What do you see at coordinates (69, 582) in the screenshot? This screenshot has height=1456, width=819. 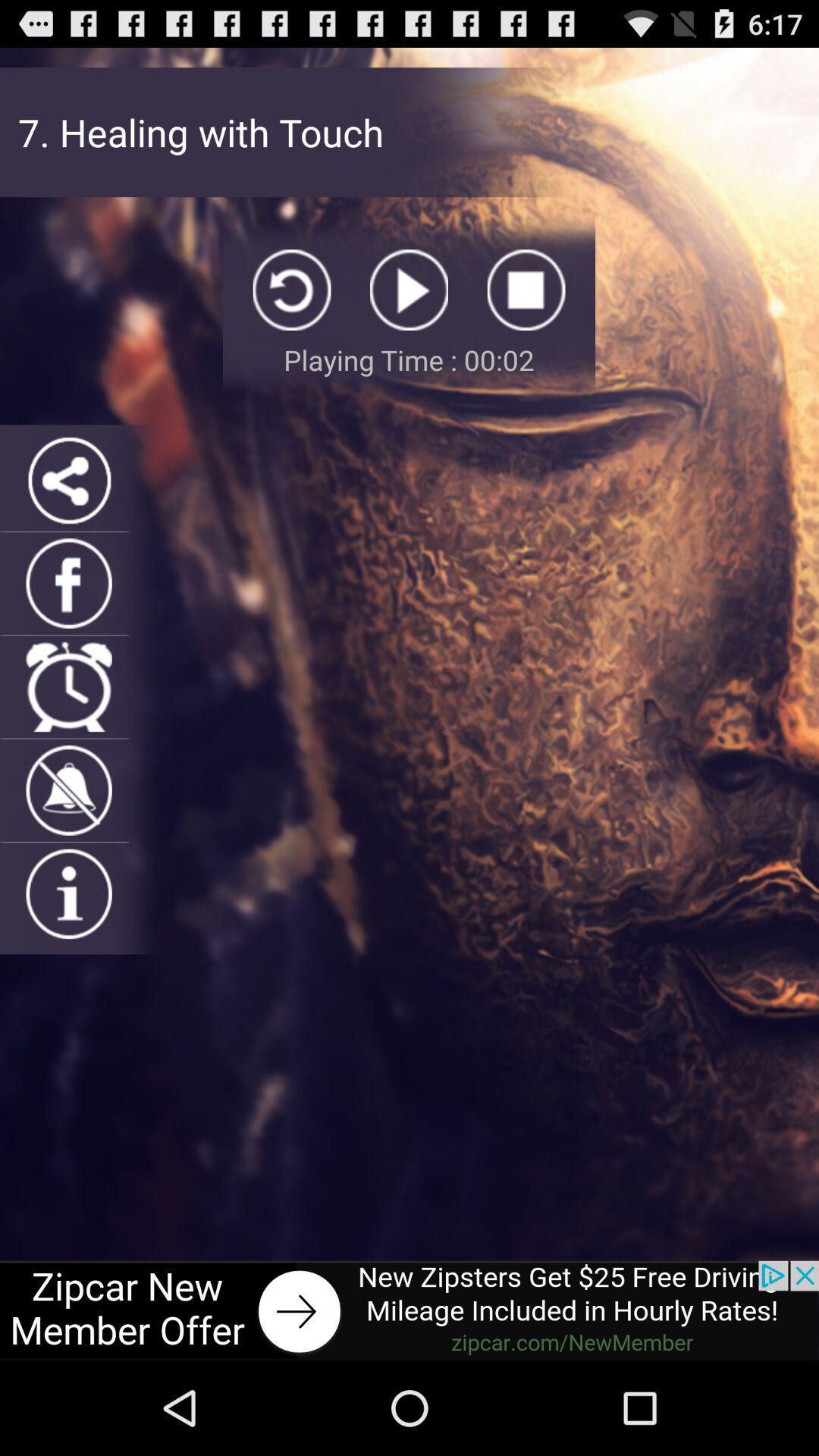 I see `open facebook app` at bounding box center [69, 582].